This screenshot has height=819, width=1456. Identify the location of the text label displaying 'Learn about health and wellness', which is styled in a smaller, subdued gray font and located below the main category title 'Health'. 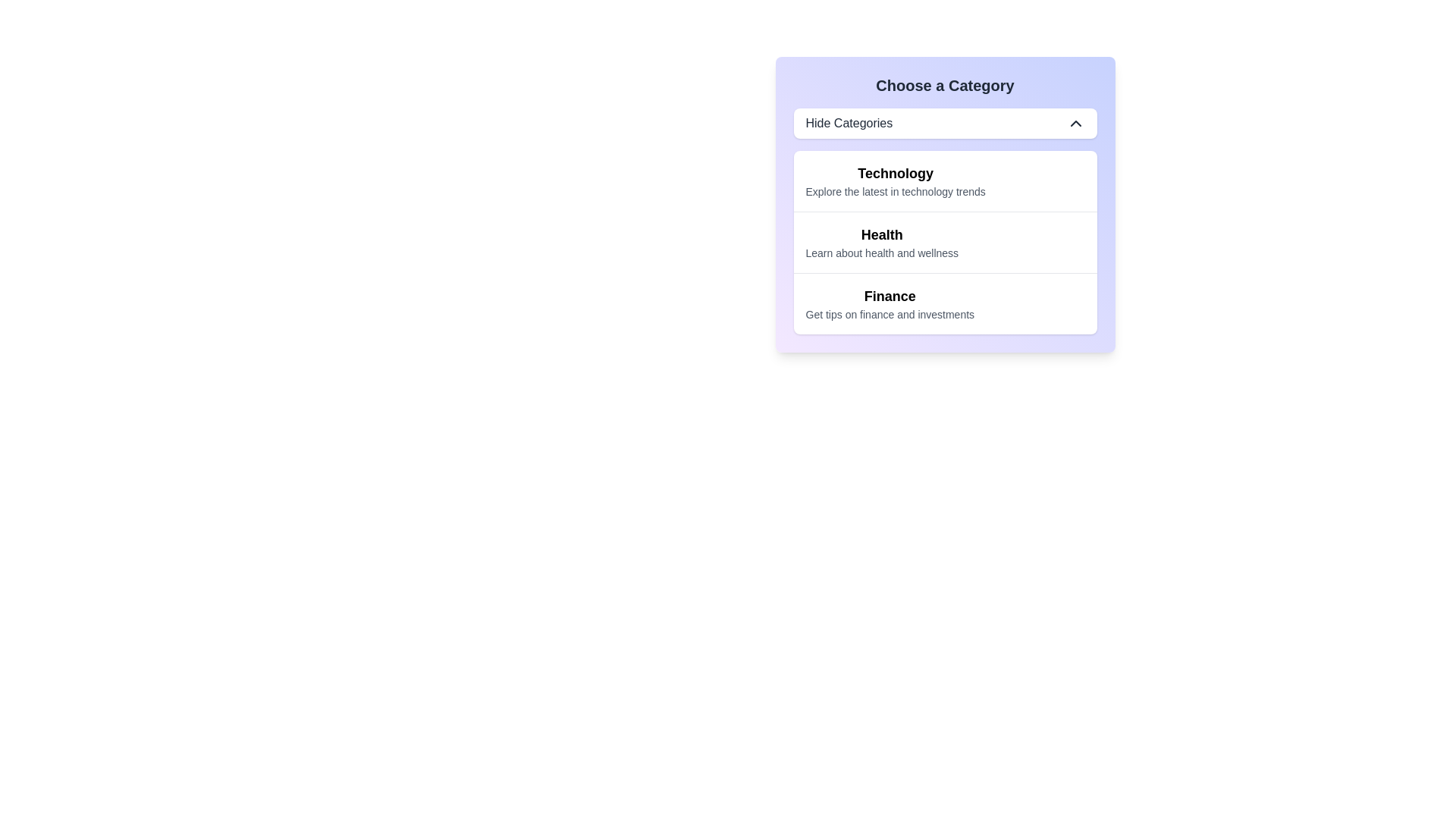
(882, 253).